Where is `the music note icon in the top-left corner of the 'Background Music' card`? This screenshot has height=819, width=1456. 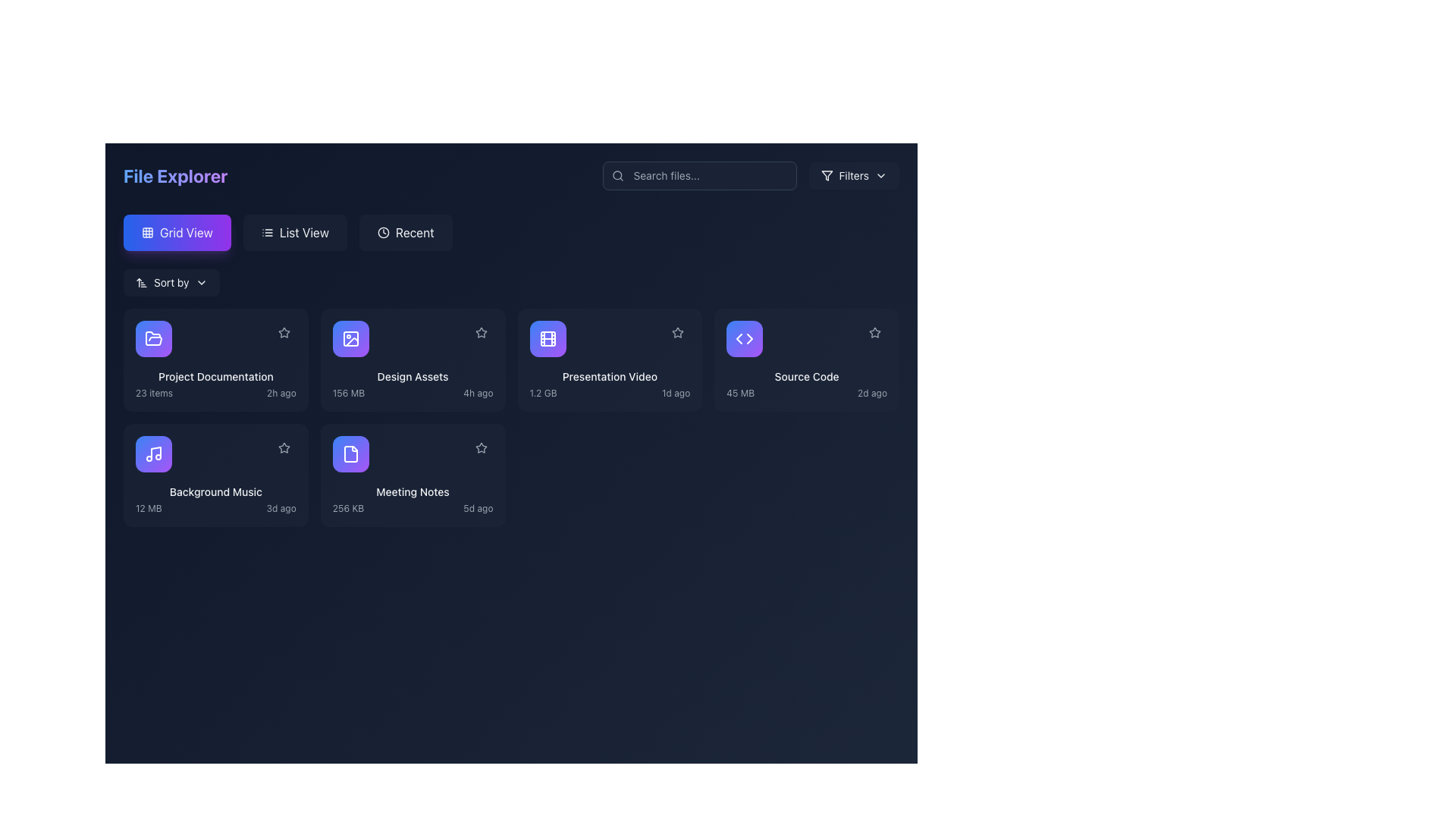
the music note icon in the top-left corner of the 'Background Music' card is located at coordinates (153, 453).